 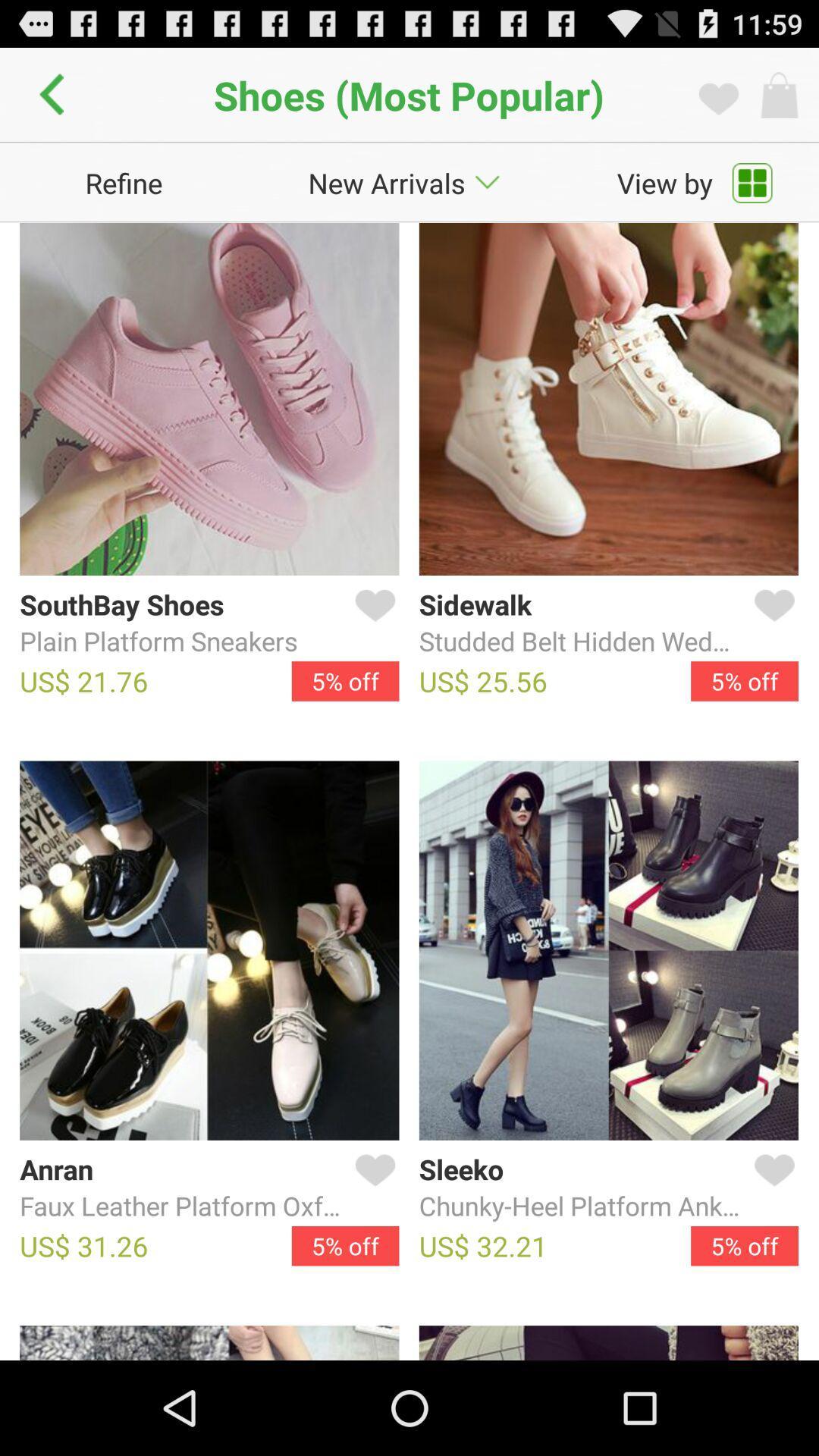 I want to click on to favorites, so click(x=372, y=1188).